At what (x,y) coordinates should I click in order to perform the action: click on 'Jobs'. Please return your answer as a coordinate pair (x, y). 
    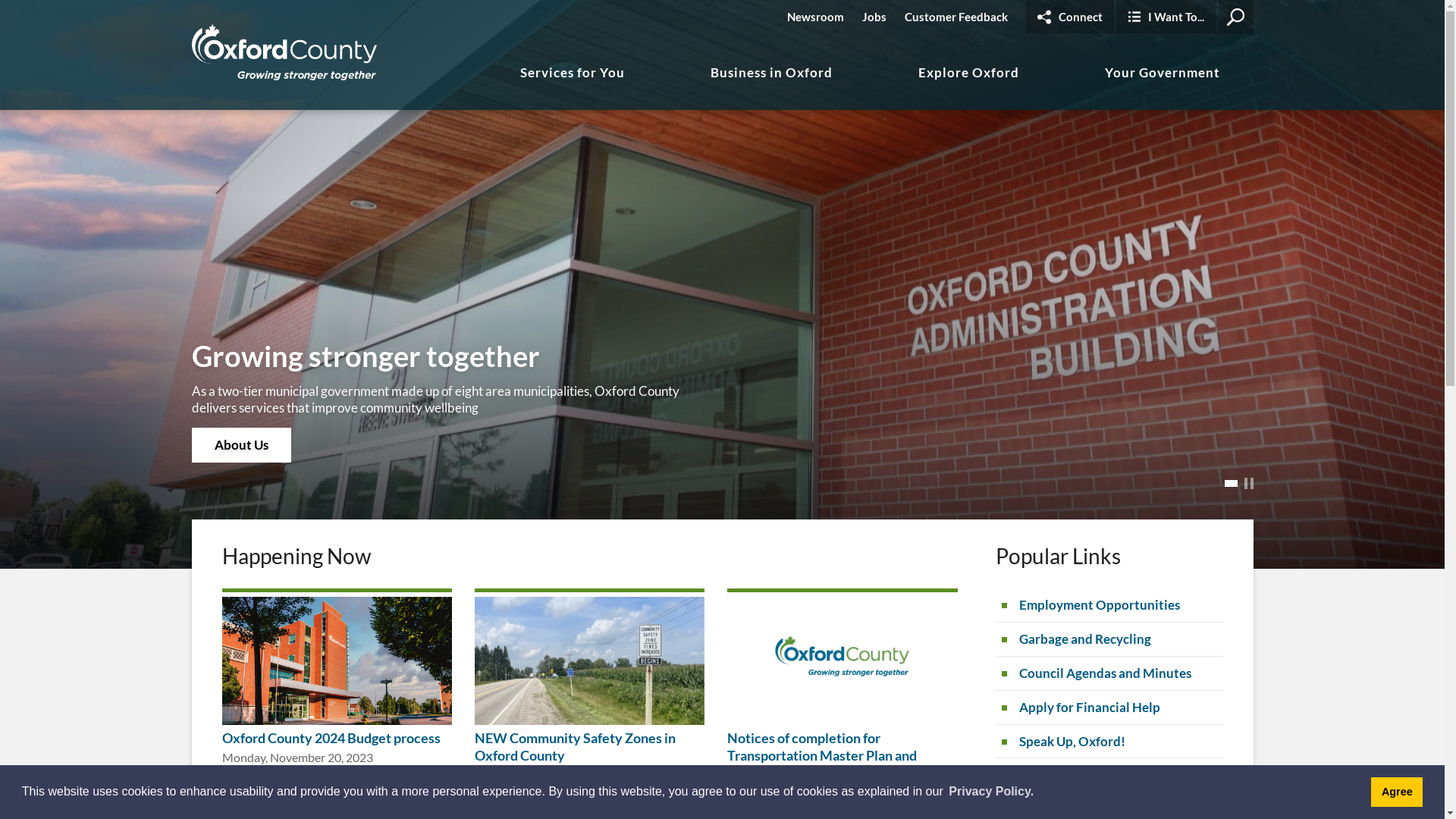
    Looking at the image, I should click on (874, 17).